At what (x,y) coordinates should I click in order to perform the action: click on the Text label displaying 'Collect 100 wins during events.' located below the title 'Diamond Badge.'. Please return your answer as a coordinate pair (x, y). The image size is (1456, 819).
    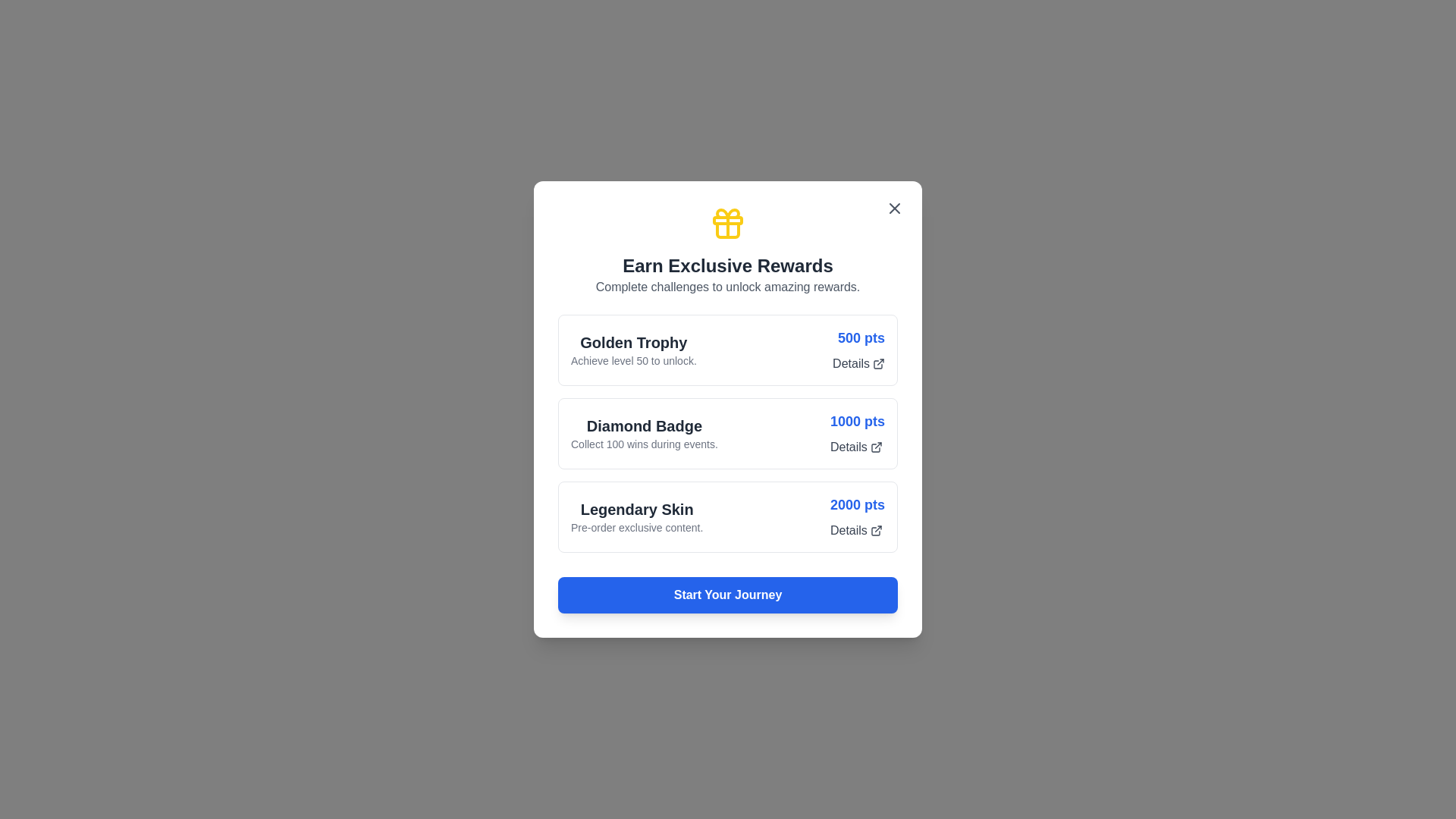
    Looking at the image, I should click on (644, 444).